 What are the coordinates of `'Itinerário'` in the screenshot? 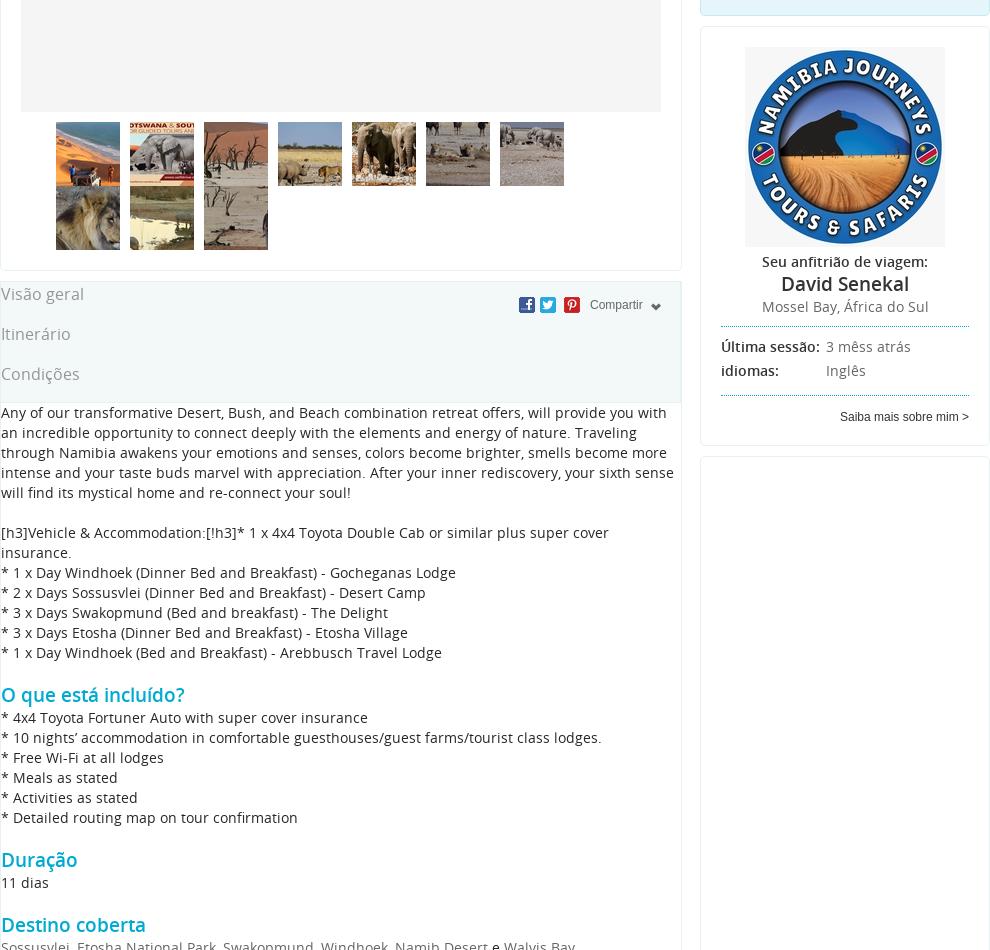 It's located at (35, 333).